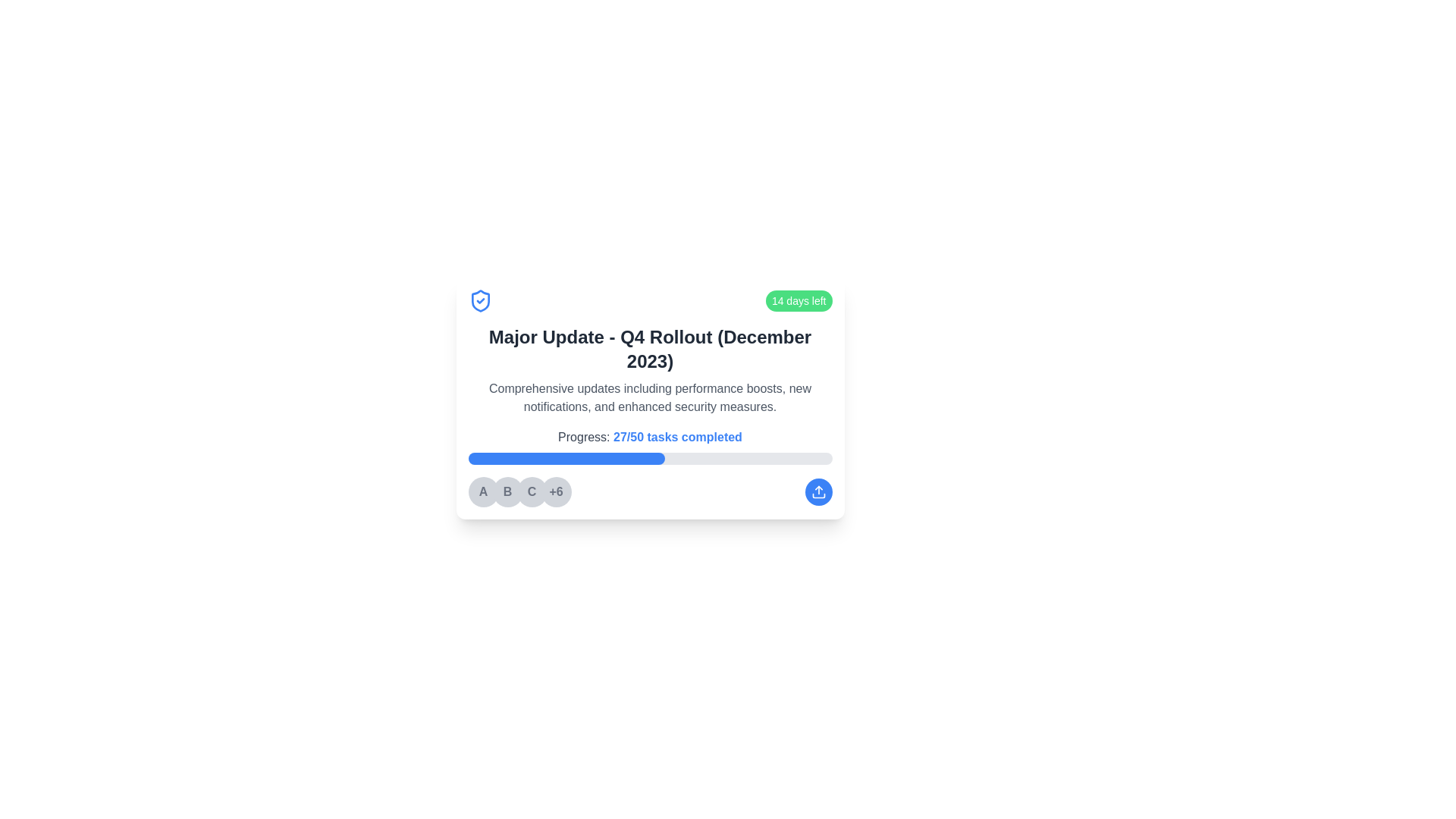  Describe the element at coordinates (650, 350) in the screenshot. I see `the main title or heading Text Display located at the top-middle section of the card, summarizing the main point or announcement` at that location.